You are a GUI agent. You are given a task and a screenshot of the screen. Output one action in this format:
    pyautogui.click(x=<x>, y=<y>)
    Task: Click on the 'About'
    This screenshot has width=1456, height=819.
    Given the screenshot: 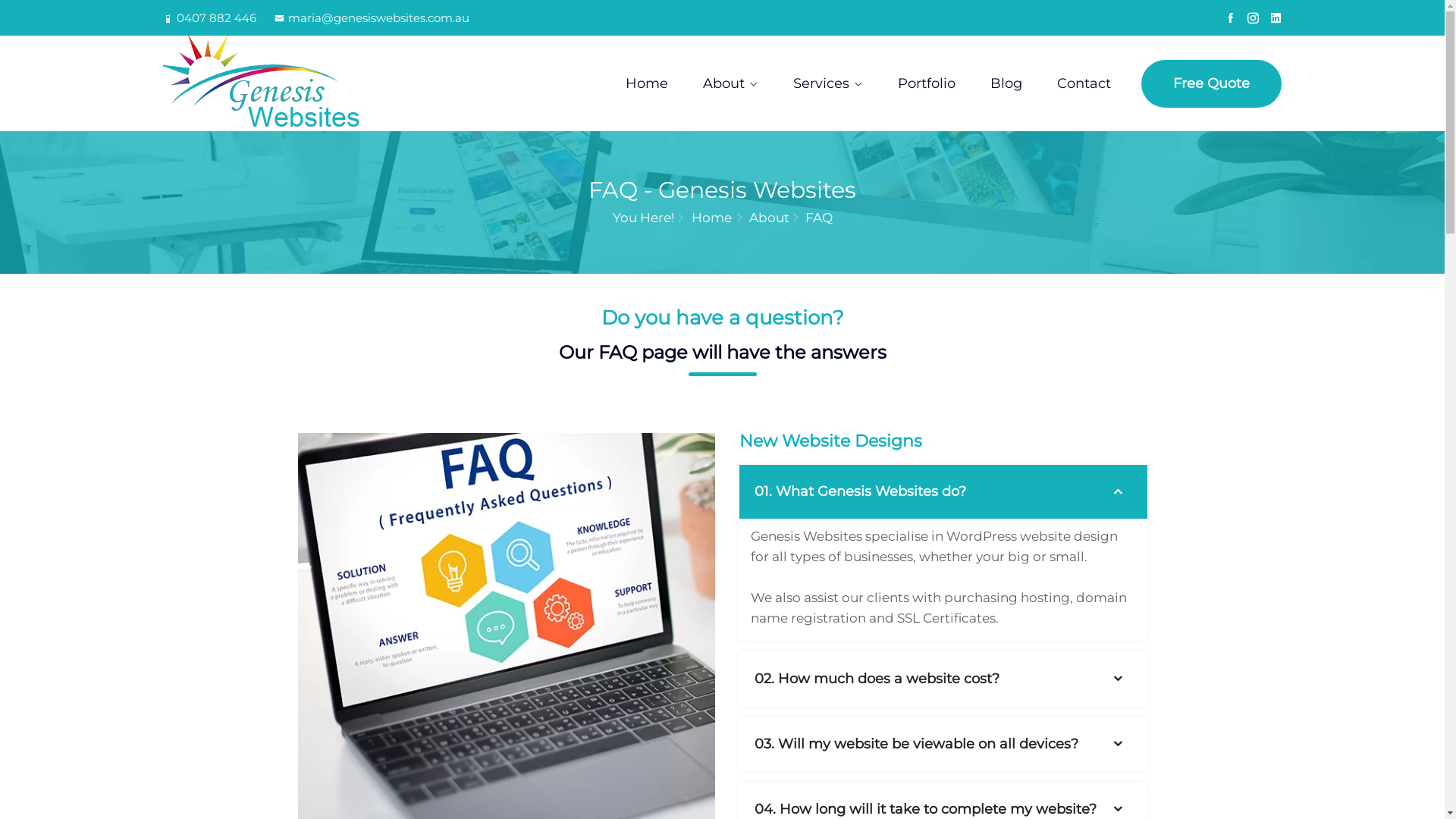 What is the action you would take?
    pyautogui.click(x=749, y=217)
    